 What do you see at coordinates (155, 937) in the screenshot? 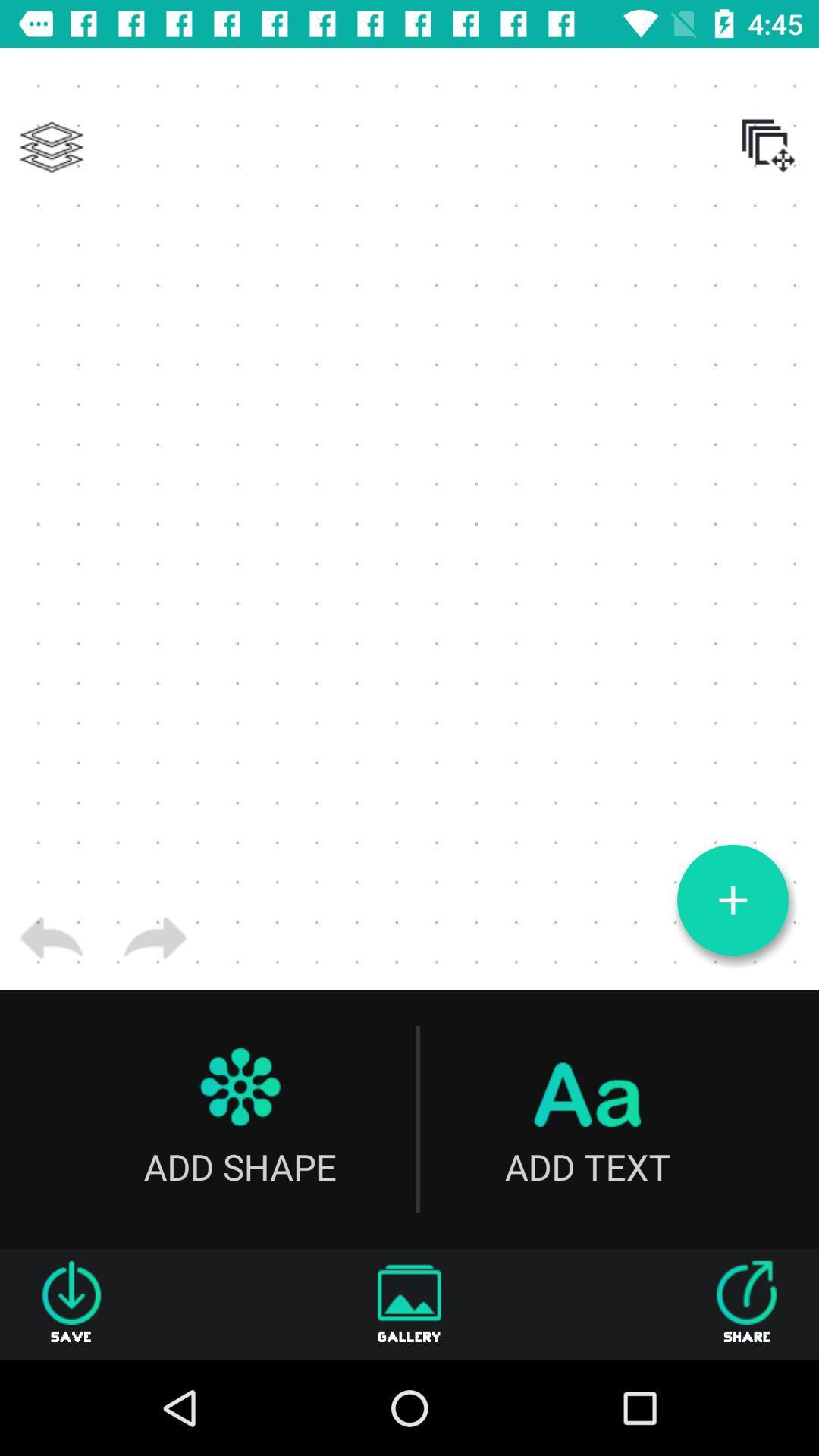
I see `item above add shape item` at bounding box center [155, 937].